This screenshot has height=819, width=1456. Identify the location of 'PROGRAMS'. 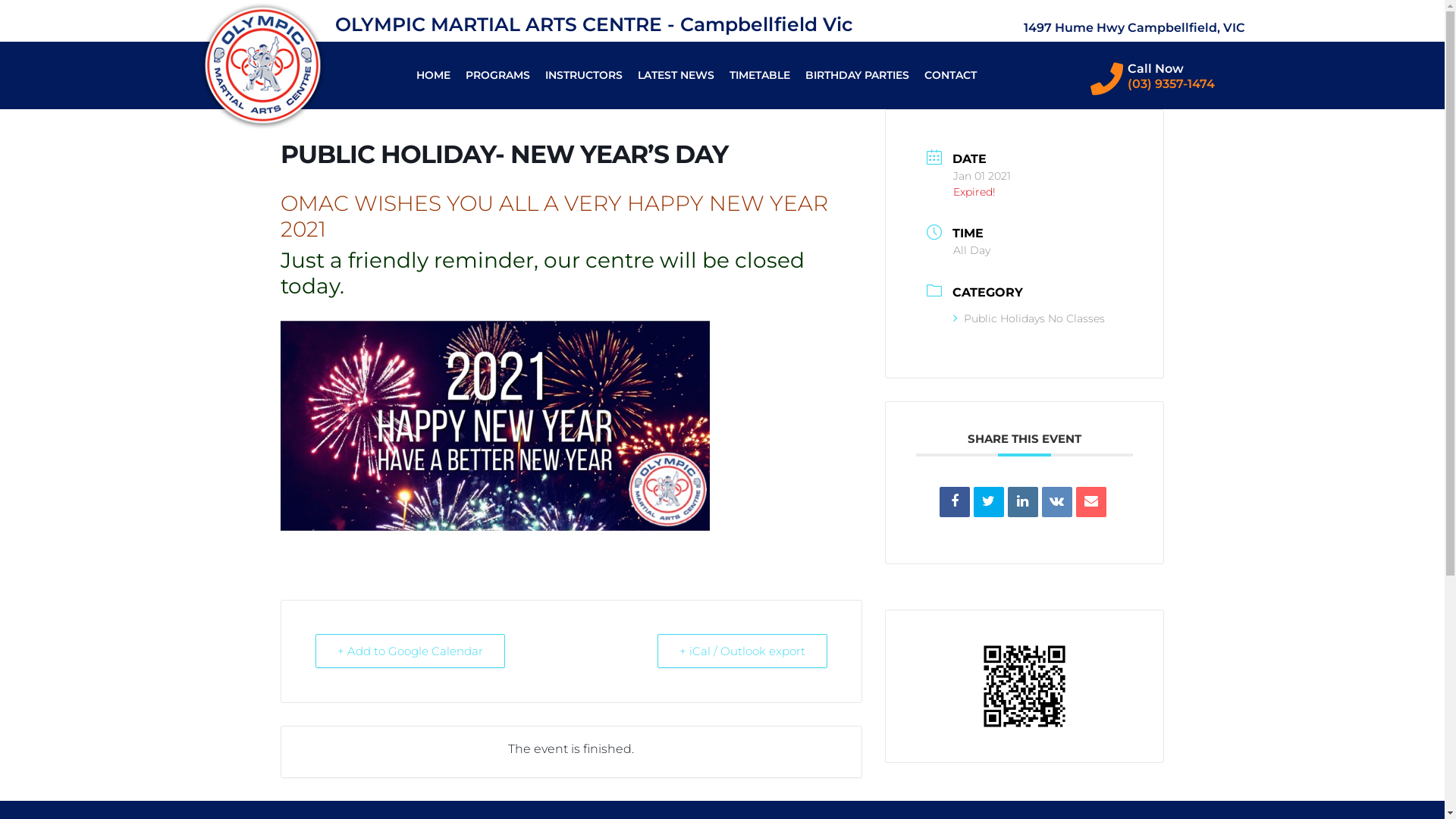
(497, 75).